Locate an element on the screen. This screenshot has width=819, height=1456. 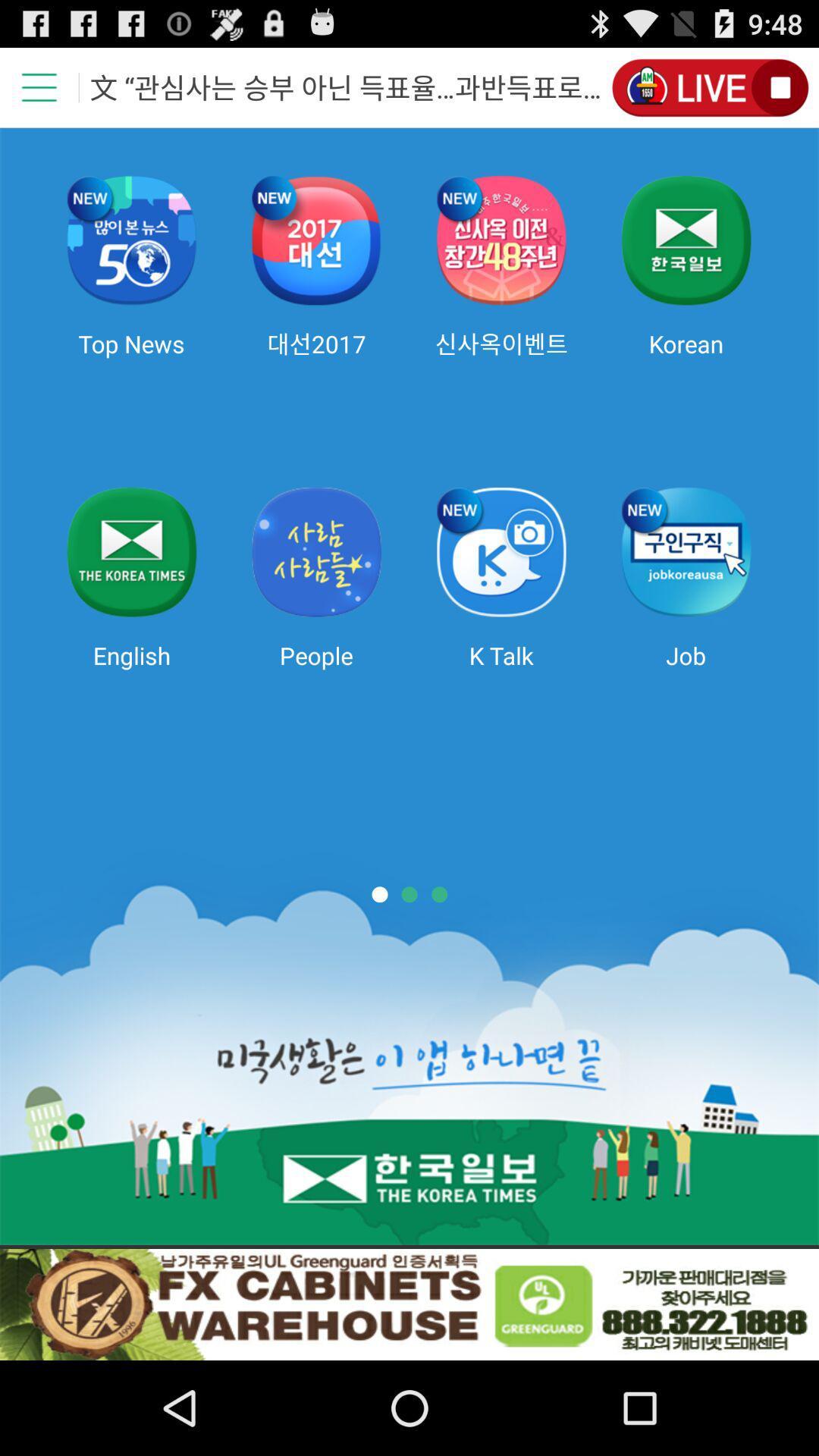
switch on the option is located at coordinates (709, 86).